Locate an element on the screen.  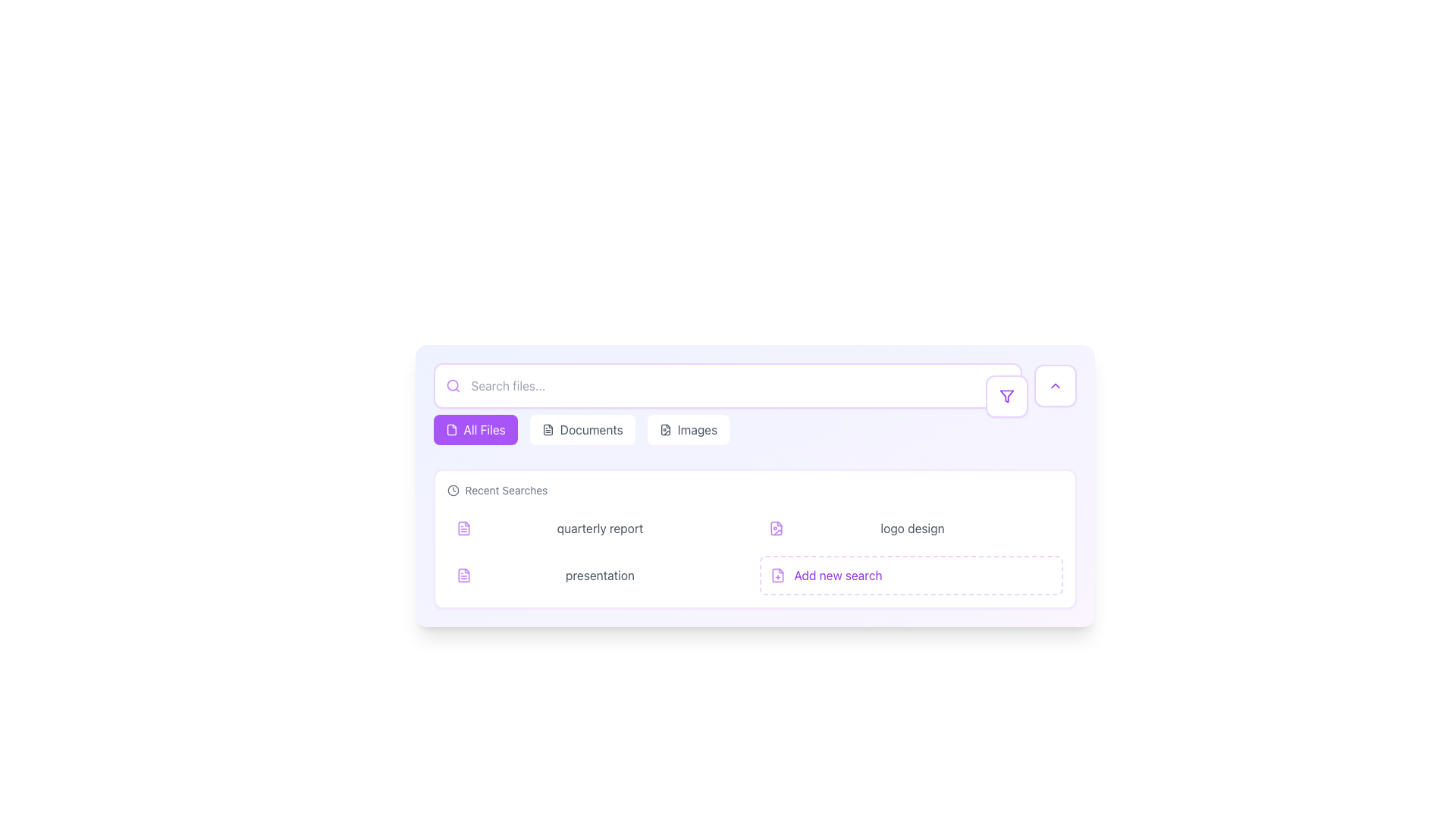
the filter options icon button located on the right side of the horizontal search bar is located at coordinates (1006, 396).